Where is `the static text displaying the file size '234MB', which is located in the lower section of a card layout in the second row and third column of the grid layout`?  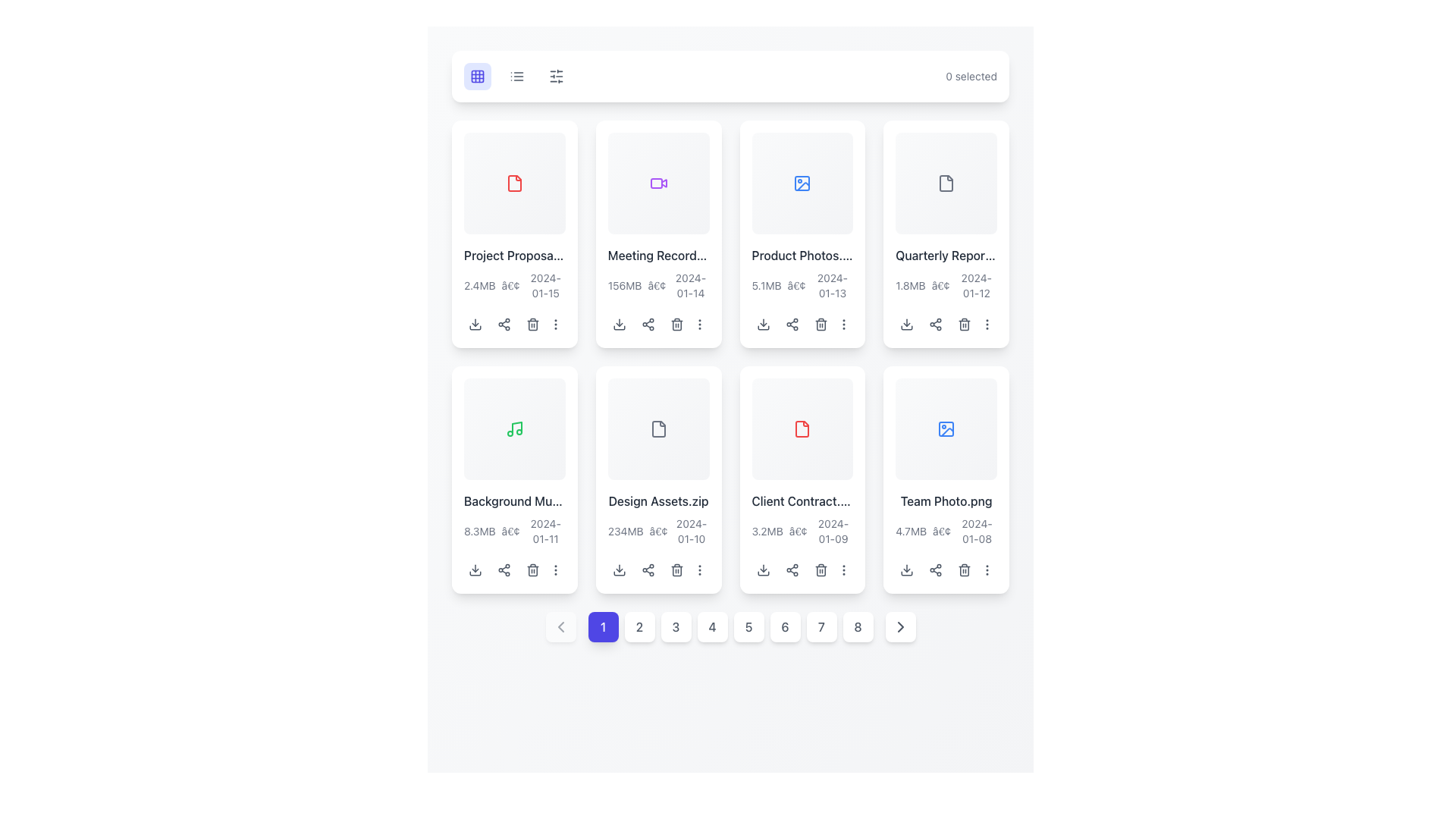
the static text displaying the file size '234MB', which is located in the lower section of a card layout in the second row and third column of the grid layout is located at coordinates (626, 530).